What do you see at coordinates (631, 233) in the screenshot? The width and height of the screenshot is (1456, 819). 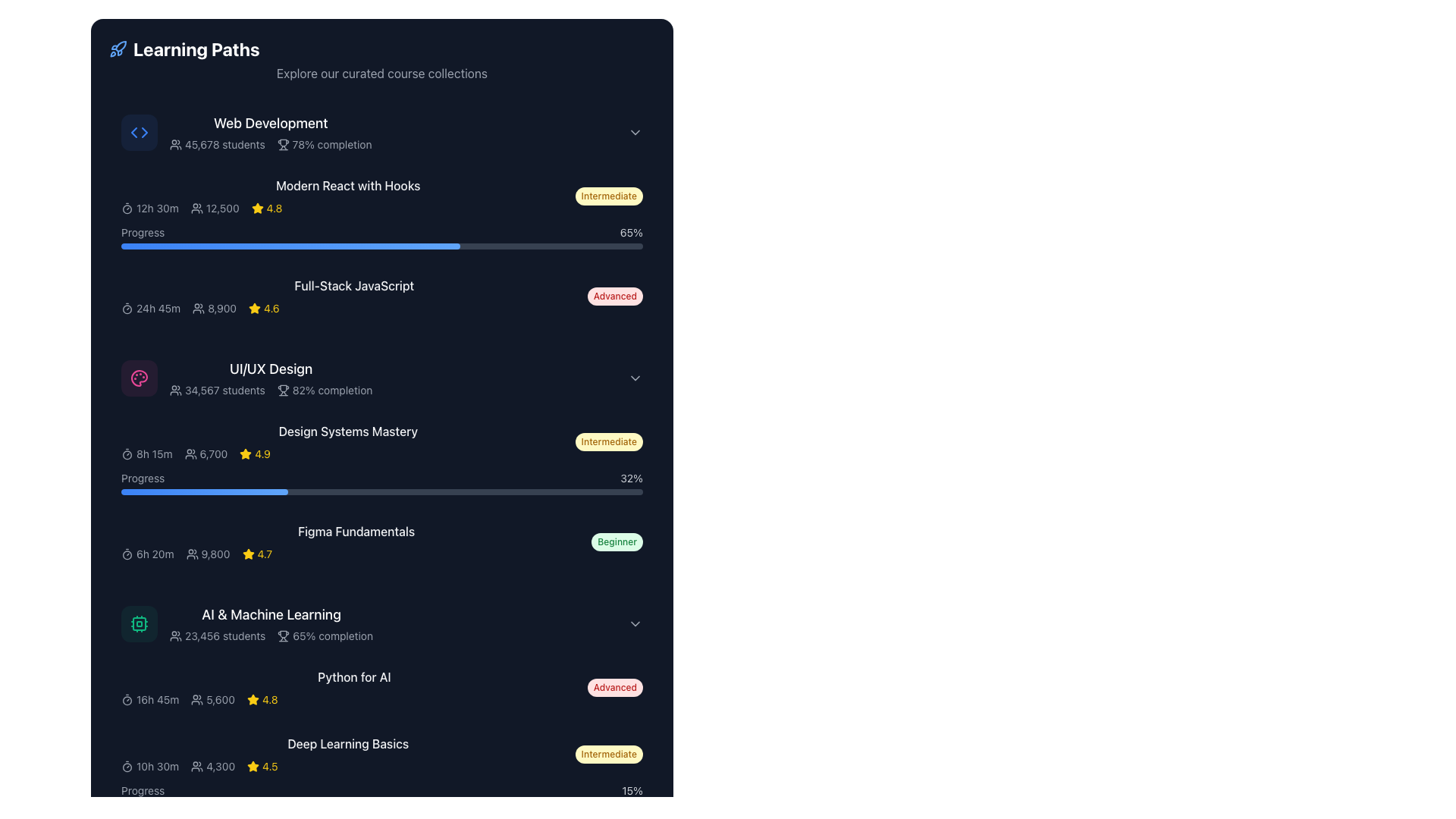 I see `text value displayed in the light gray Text label showing '65%' positioned at the top-right corner of the progress bar for the 'AI & Machine Learning' course` at bounding box center [631, 233].